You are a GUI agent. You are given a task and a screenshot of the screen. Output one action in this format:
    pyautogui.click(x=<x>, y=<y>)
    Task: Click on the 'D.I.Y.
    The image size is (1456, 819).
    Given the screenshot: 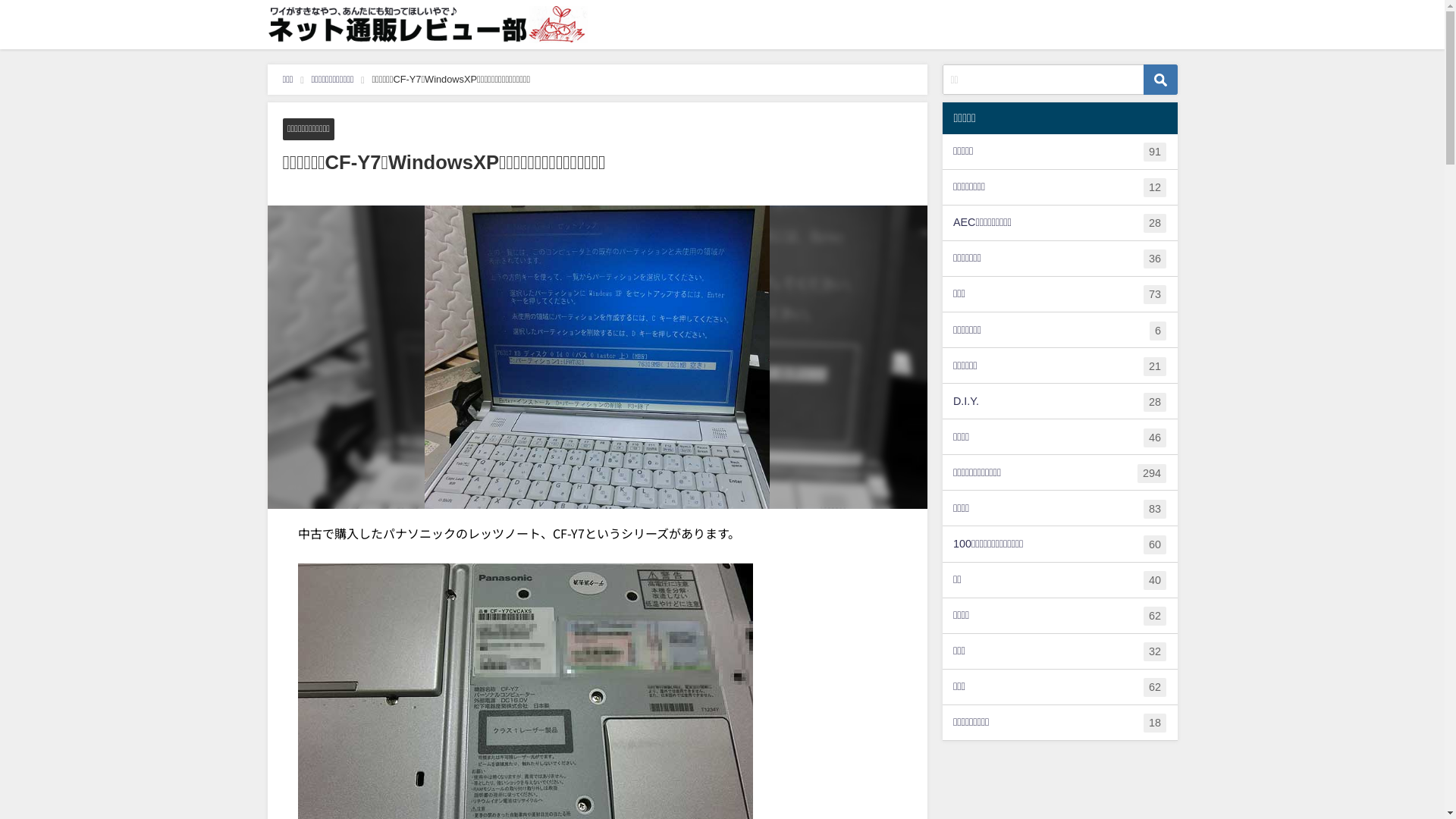 What is the action you would take?
    pyautogui.click(x=1058, y=400)
    